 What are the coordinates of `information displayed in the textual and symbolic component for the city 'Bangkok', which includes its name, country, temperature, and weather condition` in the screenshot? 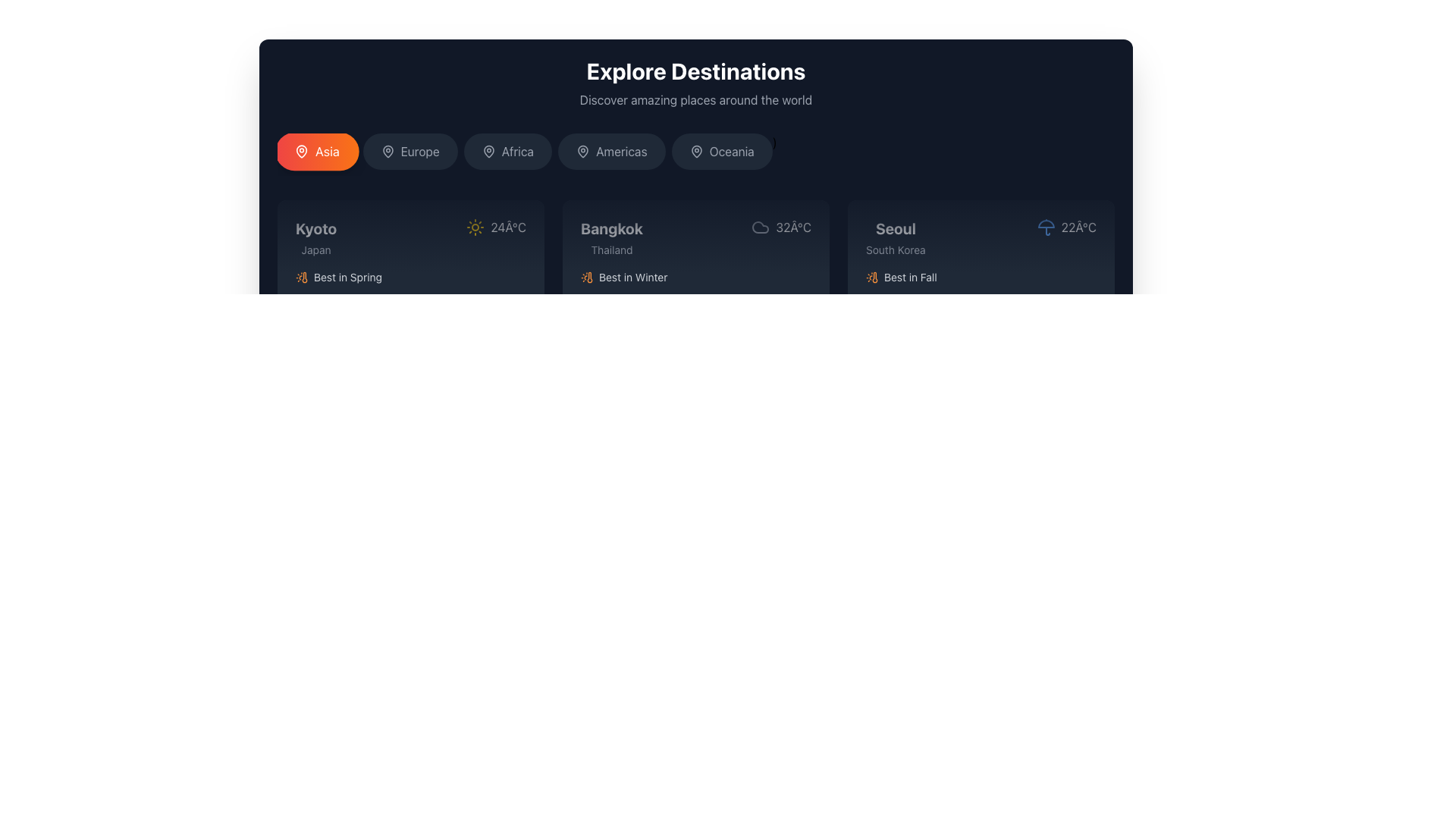 It's located at (695, 237).